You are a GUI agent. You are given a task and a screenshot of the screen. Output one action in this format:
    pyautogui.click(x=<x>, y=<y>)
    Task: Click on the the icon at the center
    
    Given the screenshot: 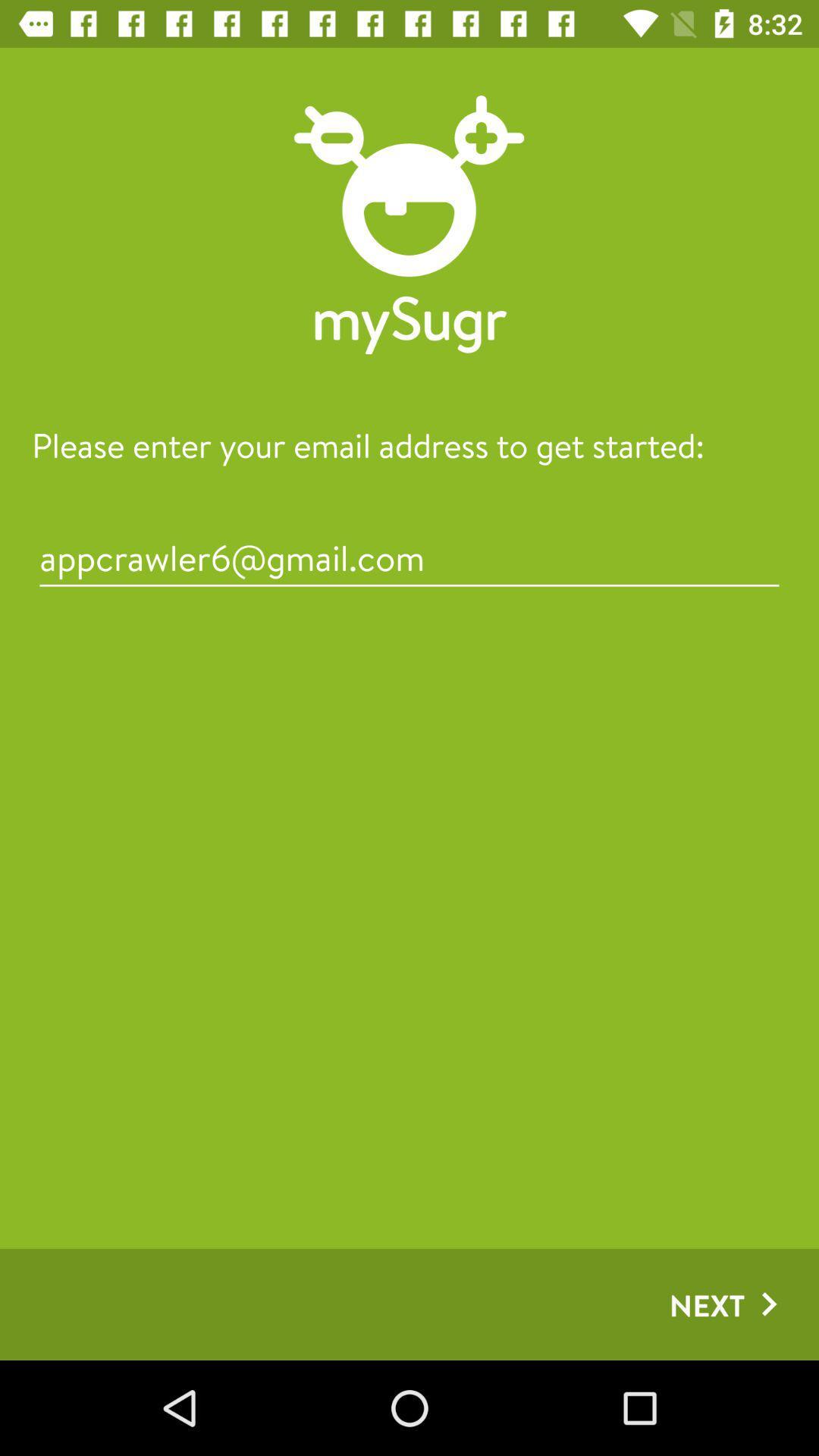 What is the action you would take?
    pyautogui.click(x=409, y=557)
    